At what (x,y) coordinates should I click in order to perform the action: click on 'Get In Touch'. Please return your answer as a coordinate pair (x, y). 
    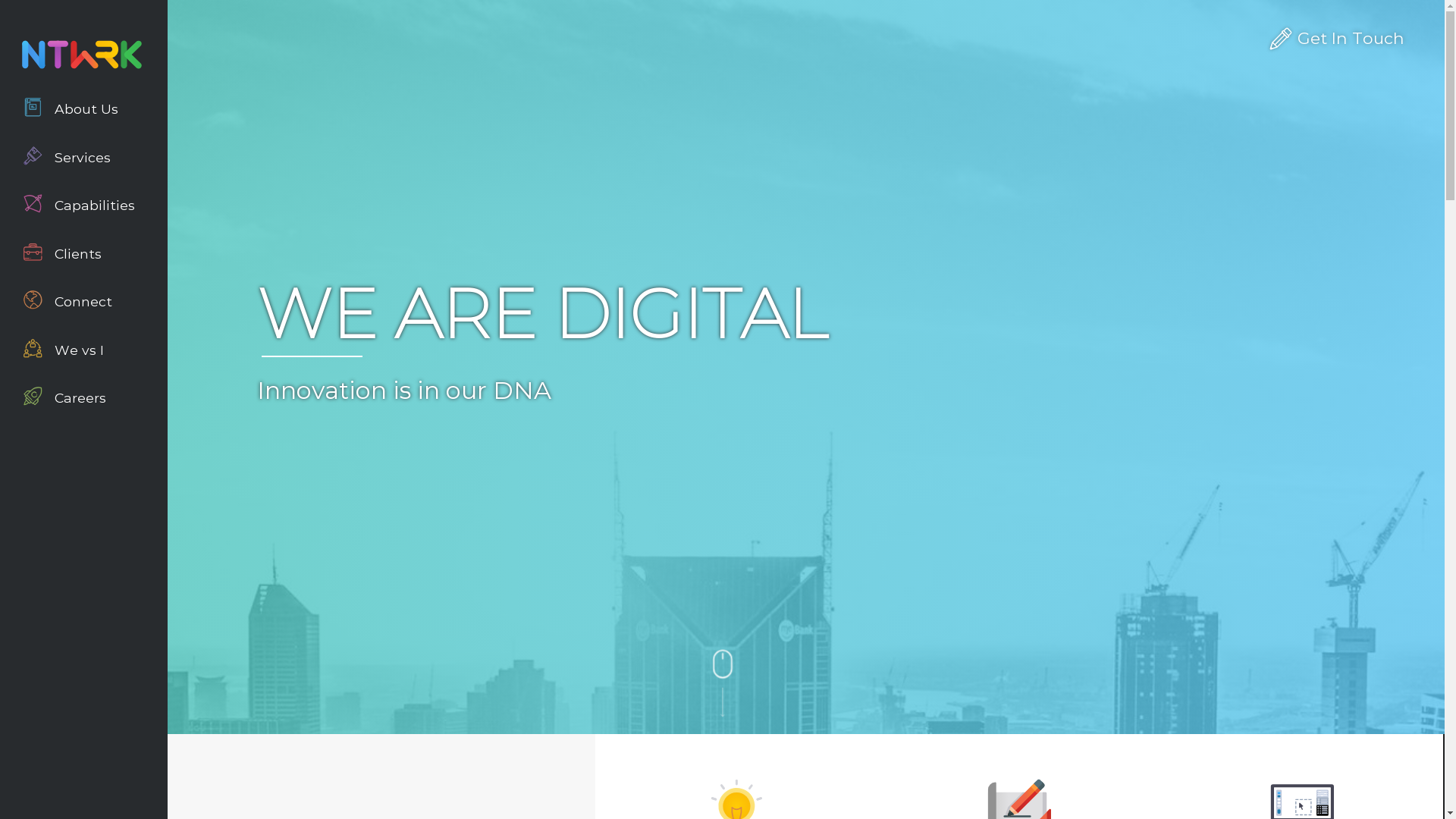
    Looking at the image, I should click on (1266, 37).